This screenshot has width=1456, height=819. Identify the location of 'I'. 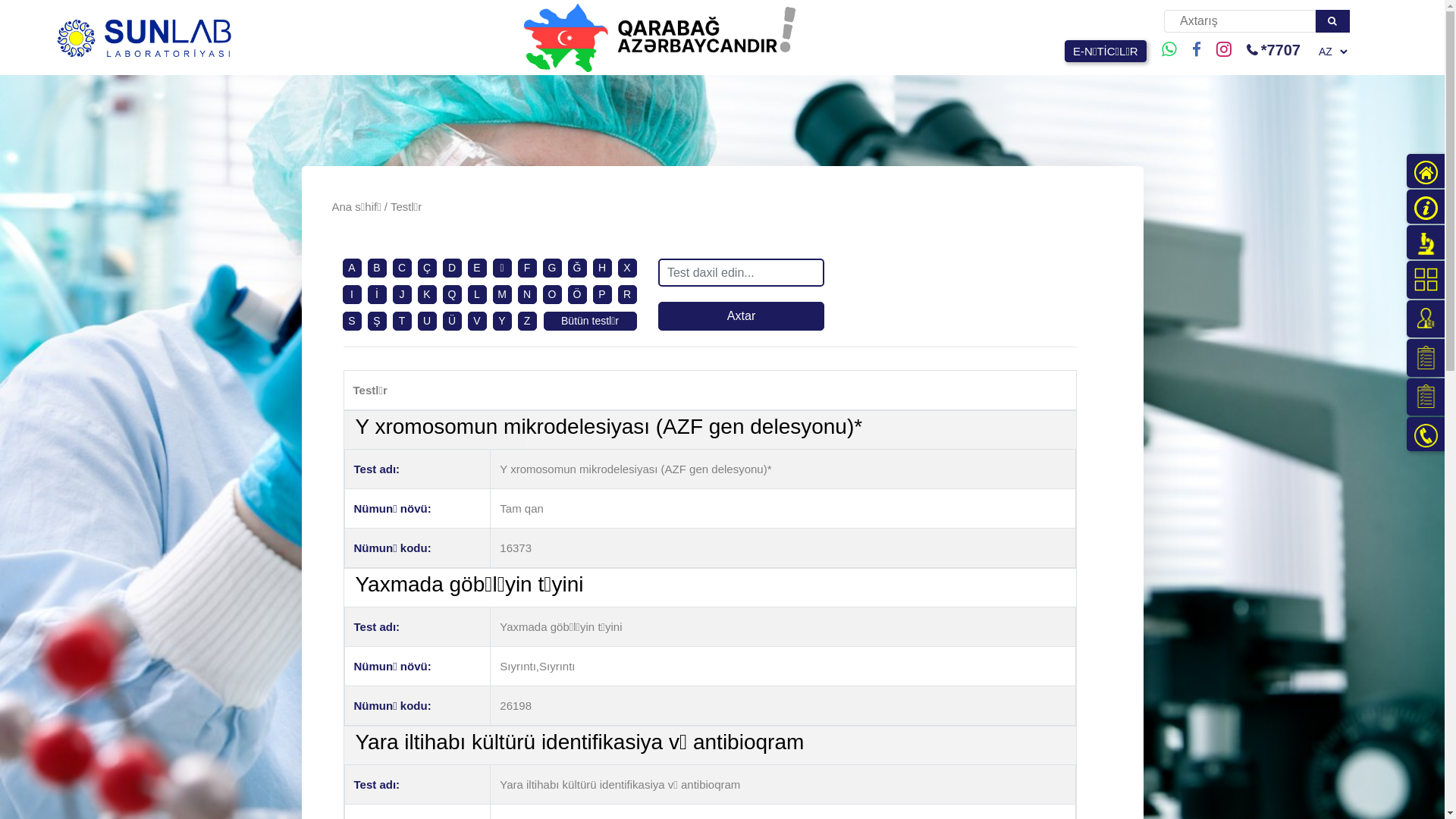
(351, 294).